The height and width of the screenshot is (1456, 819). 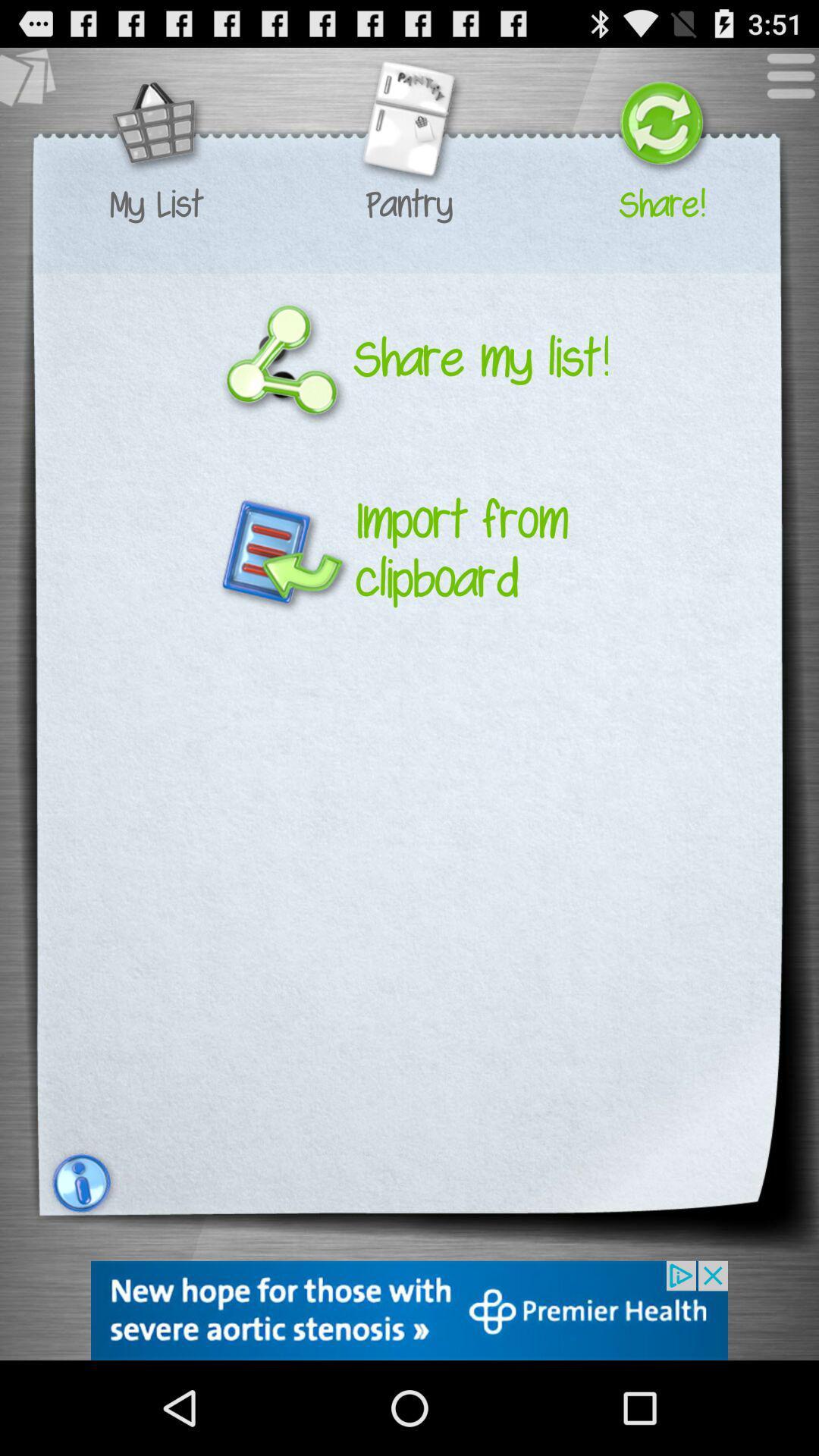 I want to click on the info icon, so click(x=79, y=1266).